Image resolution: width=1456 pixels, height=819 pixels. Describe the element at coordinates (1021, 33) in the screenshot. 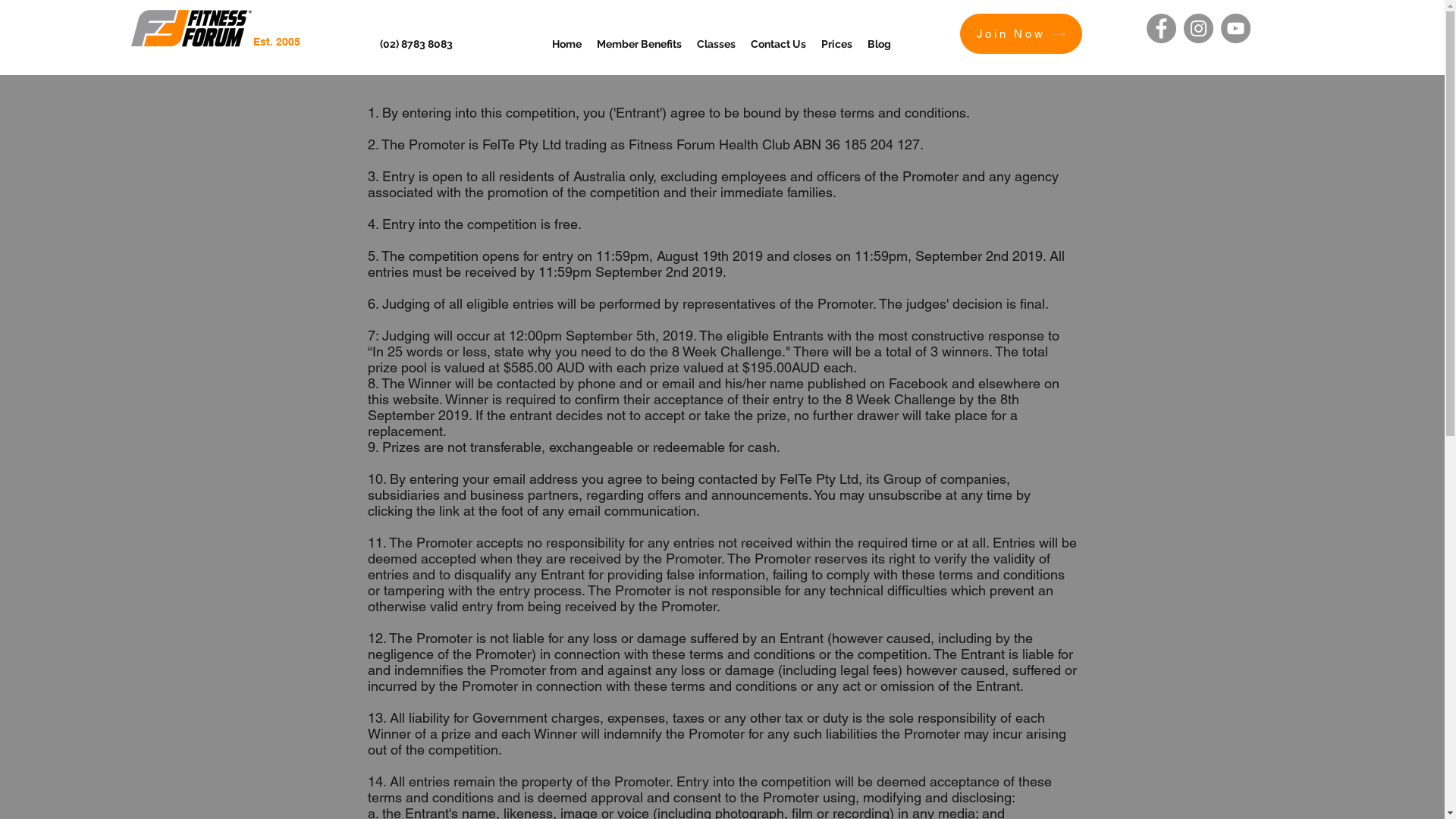

I see `'Join Now'` at that location.